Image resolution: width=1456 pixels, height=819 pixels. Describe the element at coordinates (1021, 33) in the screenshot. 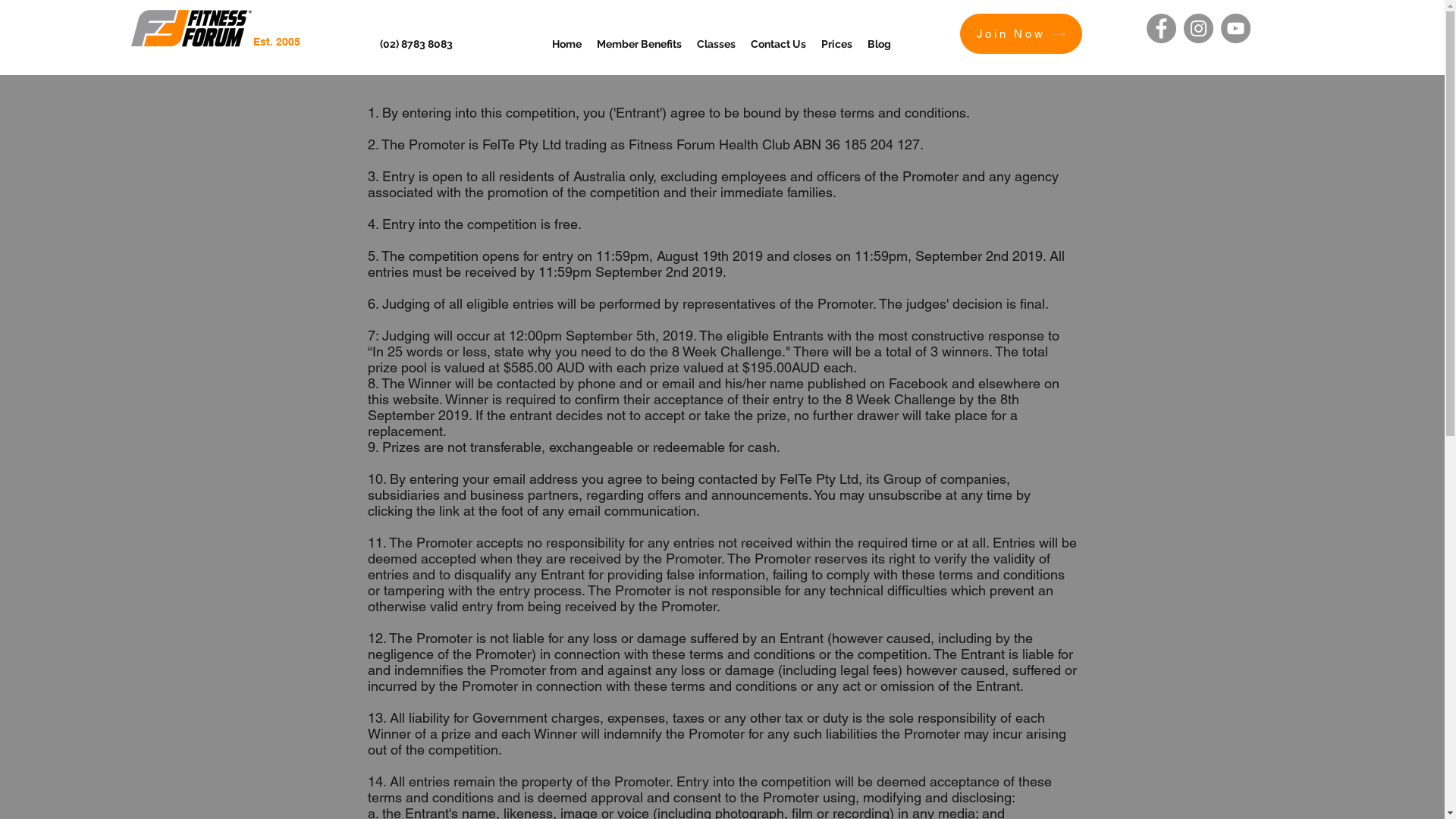

I see `'Join Now'` at that location.